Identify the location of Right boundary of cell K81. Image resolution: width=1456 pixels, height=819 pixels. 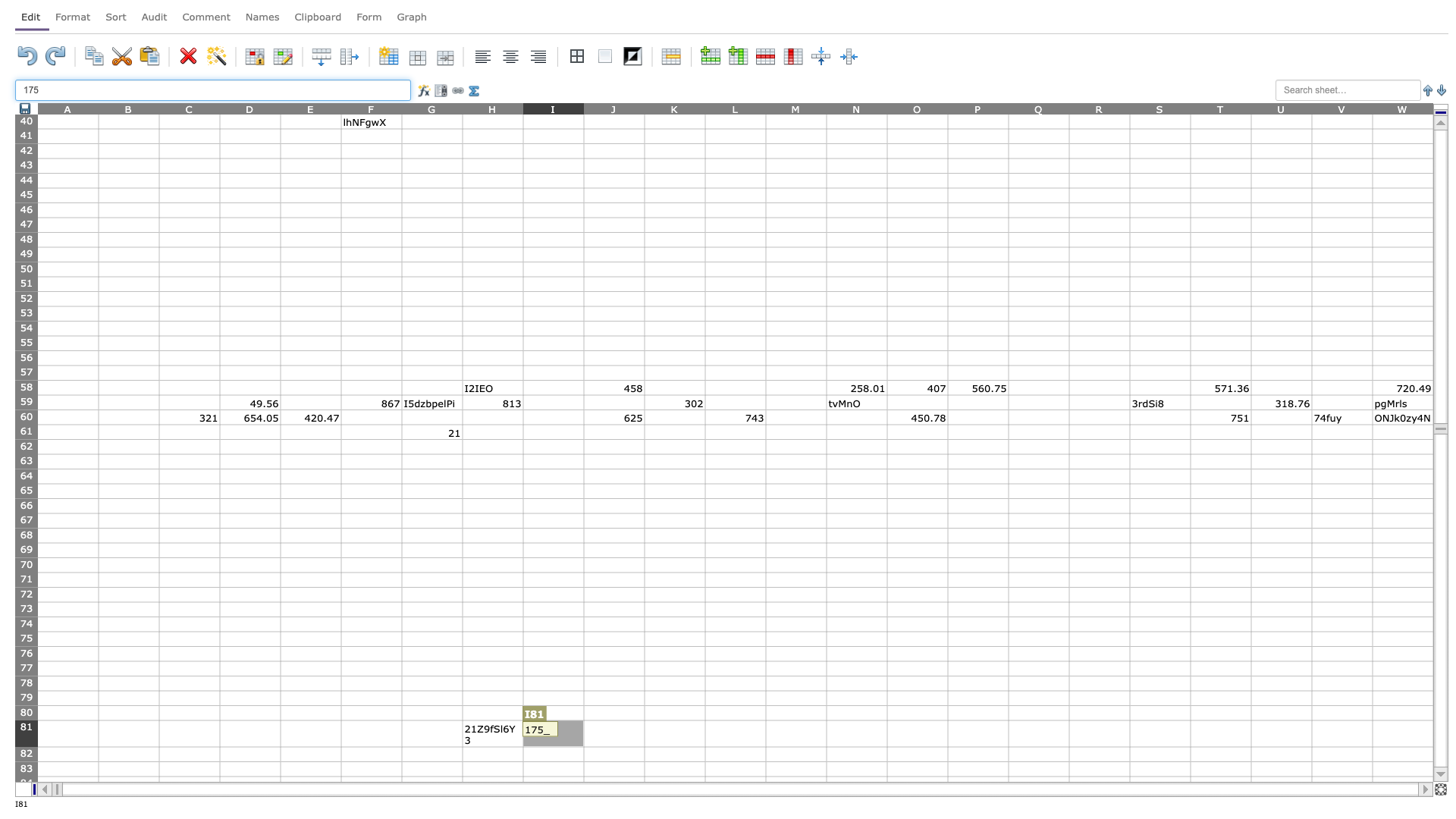
(704, 733).